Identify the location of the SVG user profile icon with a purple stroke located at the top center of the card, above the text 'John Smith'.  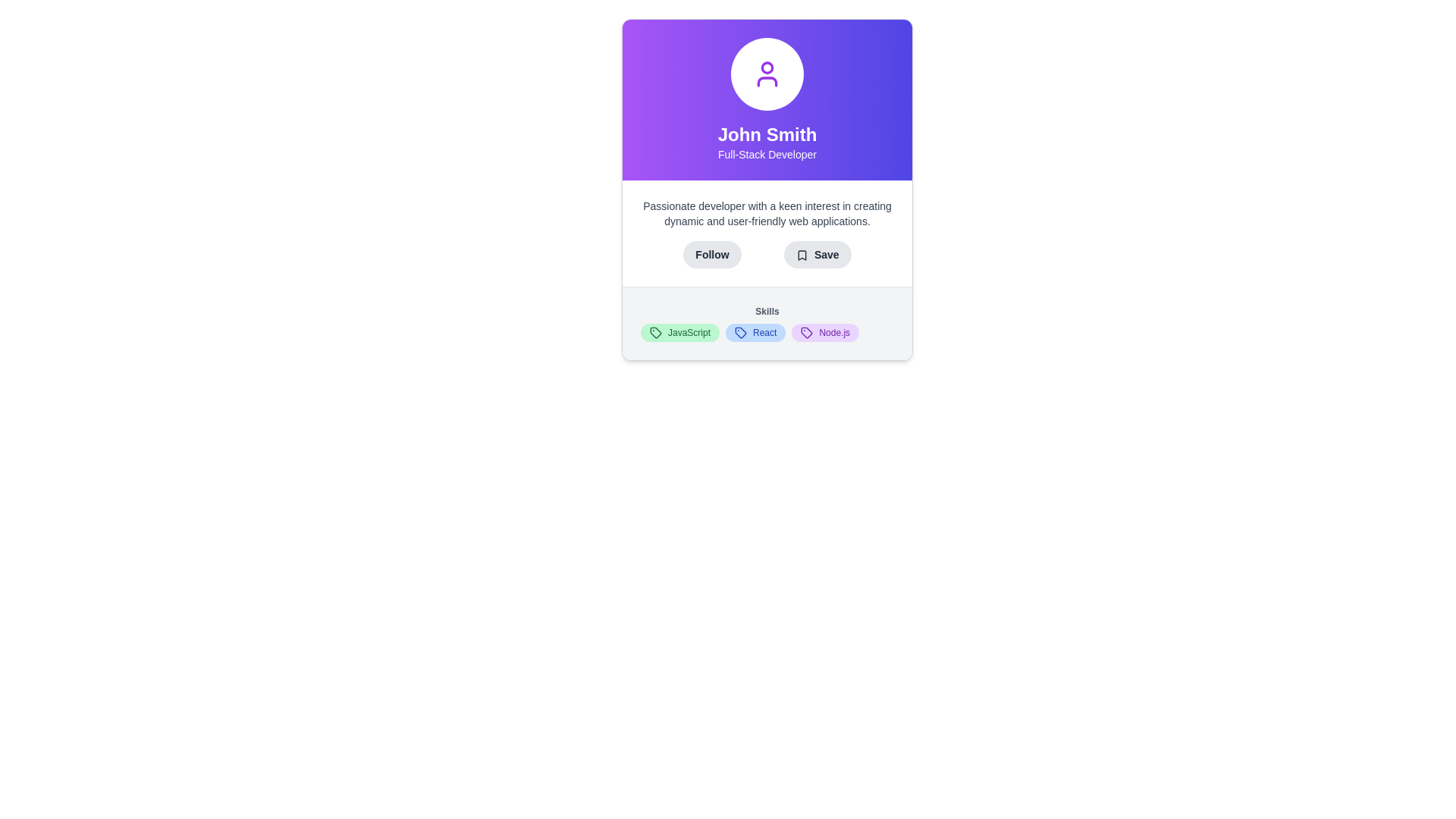
(767, 74).